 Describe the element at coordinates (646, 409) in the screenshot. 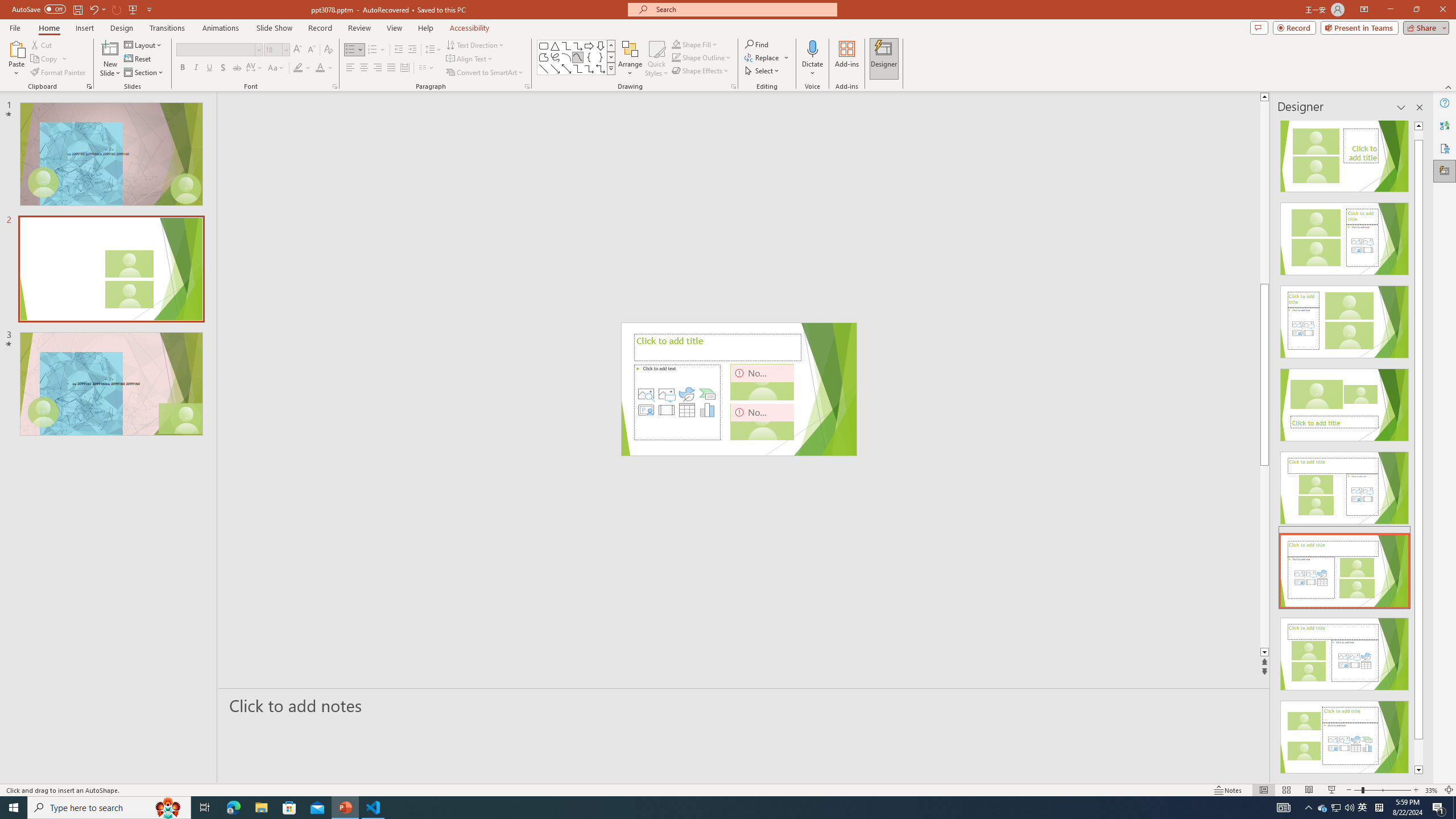

I see `'Insert Cameo'` at that location.